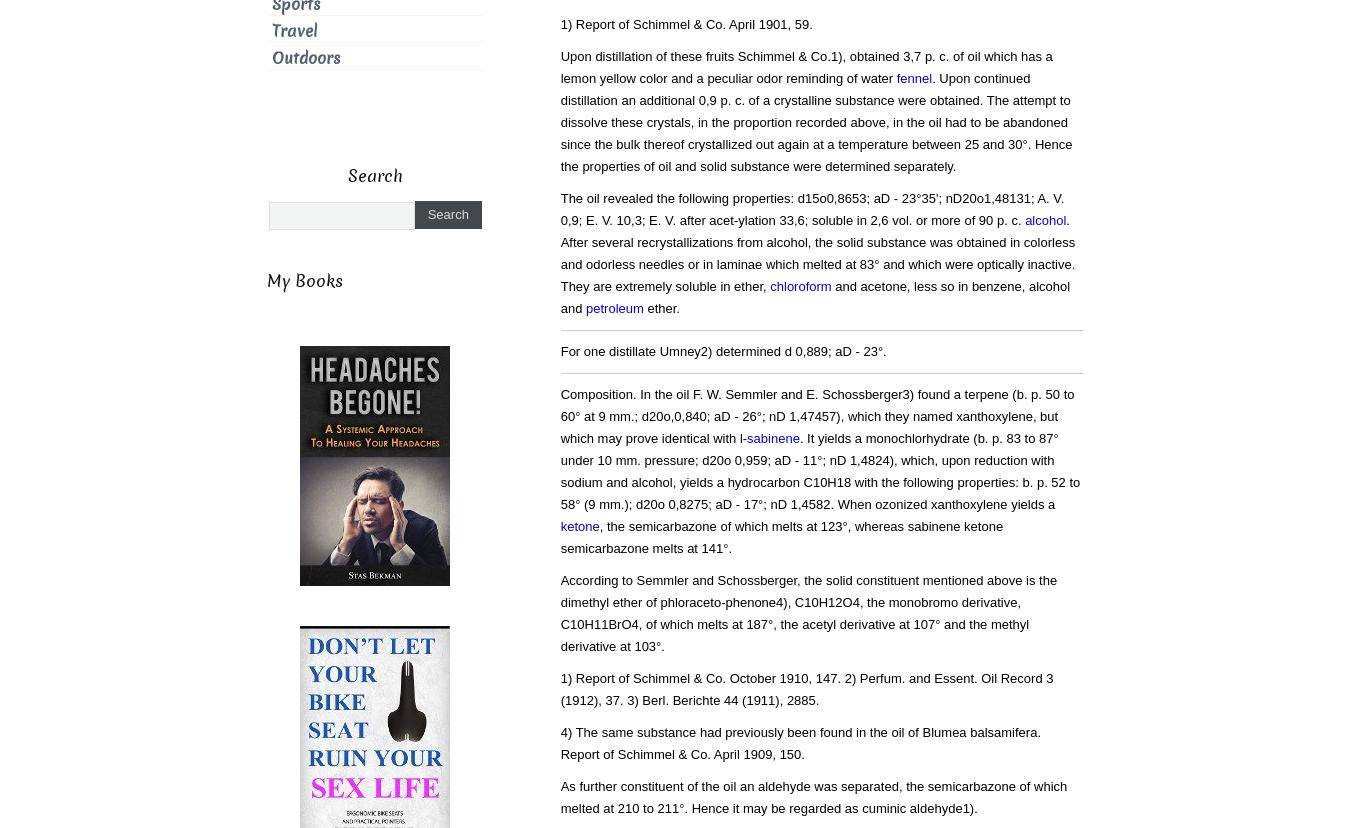  I want to click on 'sabinene', so click(747, 438).